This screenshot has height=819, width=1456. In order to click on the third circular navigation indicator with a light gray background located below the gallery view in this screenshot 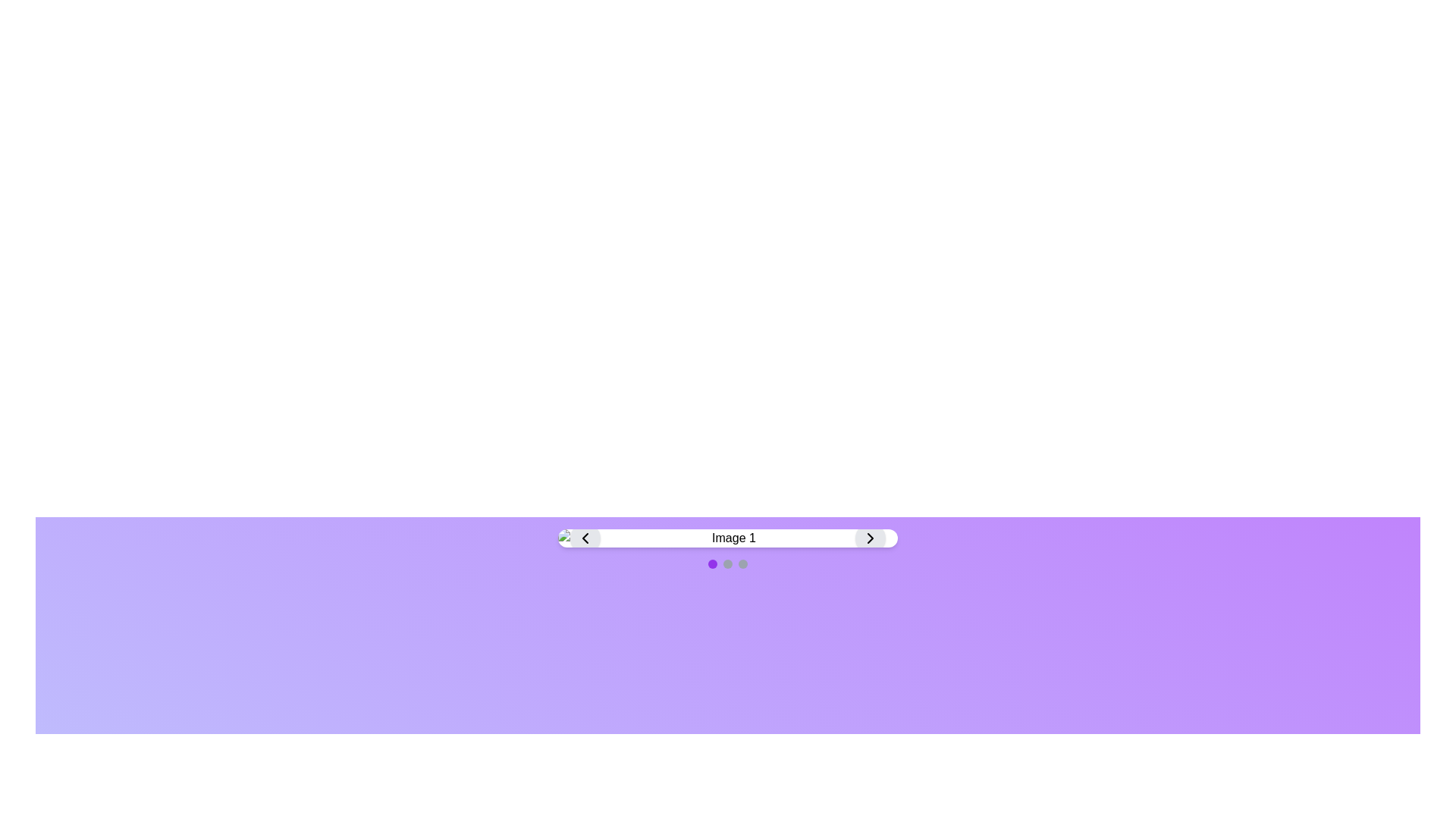, I will do `click(742, 564)`.